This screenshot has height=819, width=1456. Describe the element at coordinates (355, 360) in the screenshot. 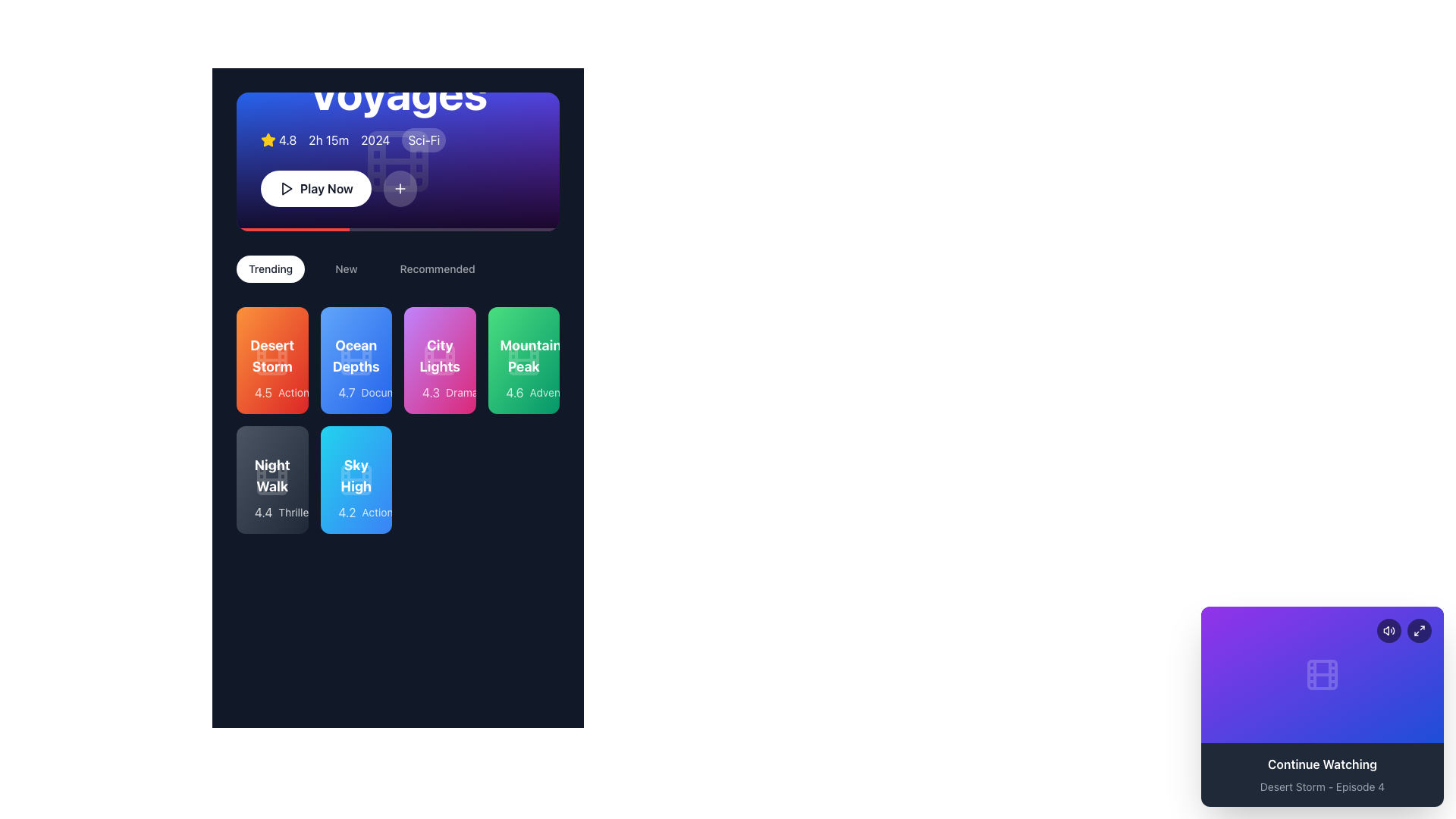

I see `the vertical card component displaying 'Ocean Depths' with subtext '4.7 Documentary'` at that location.